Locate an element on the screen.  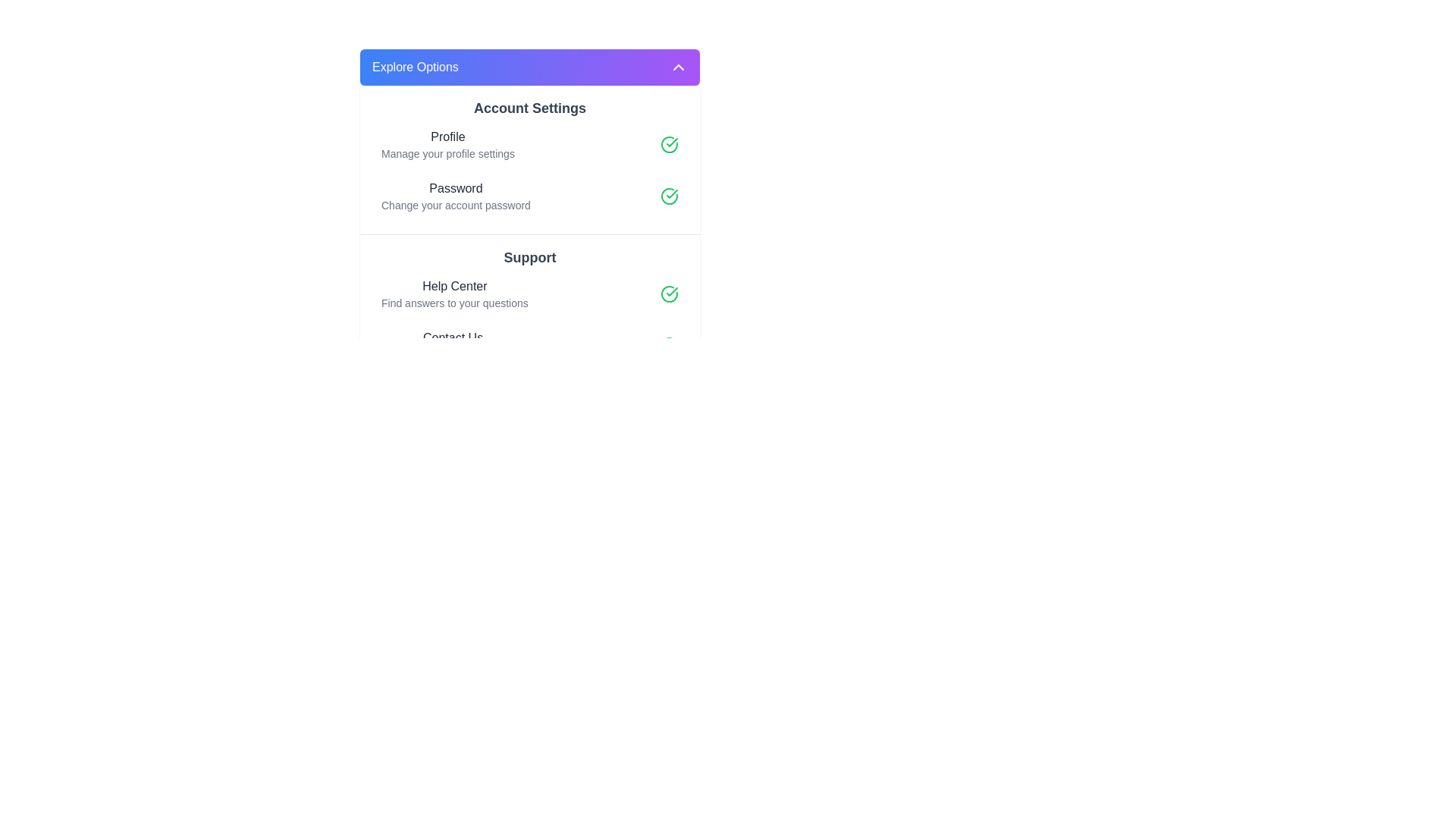
the 'Password' text label in the 'Account Settings' section, which describes its purpose and functionality is located at coordinates (455, 195).